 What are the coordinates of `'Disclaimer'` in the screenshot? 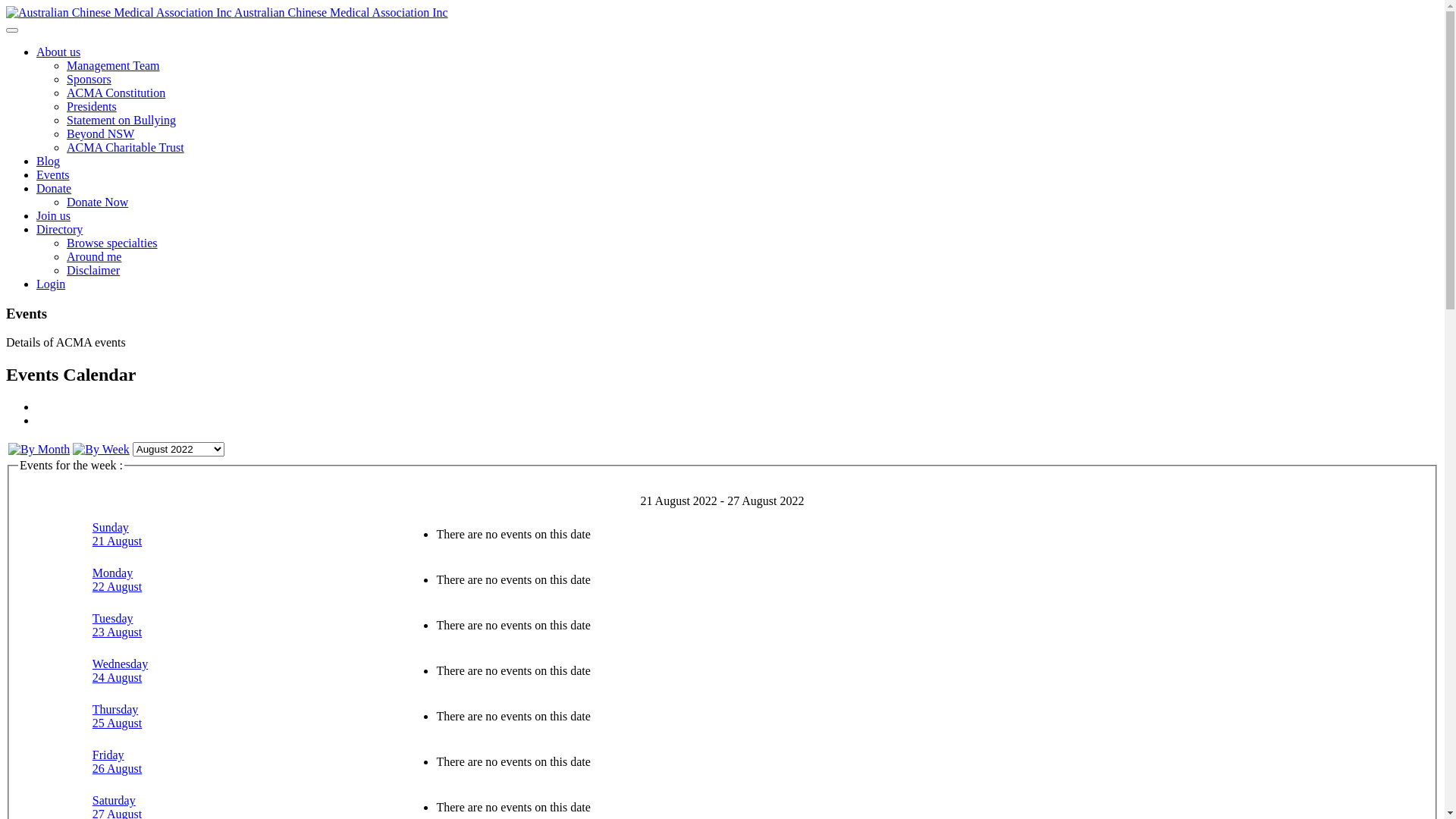 It's located at (93, 269).